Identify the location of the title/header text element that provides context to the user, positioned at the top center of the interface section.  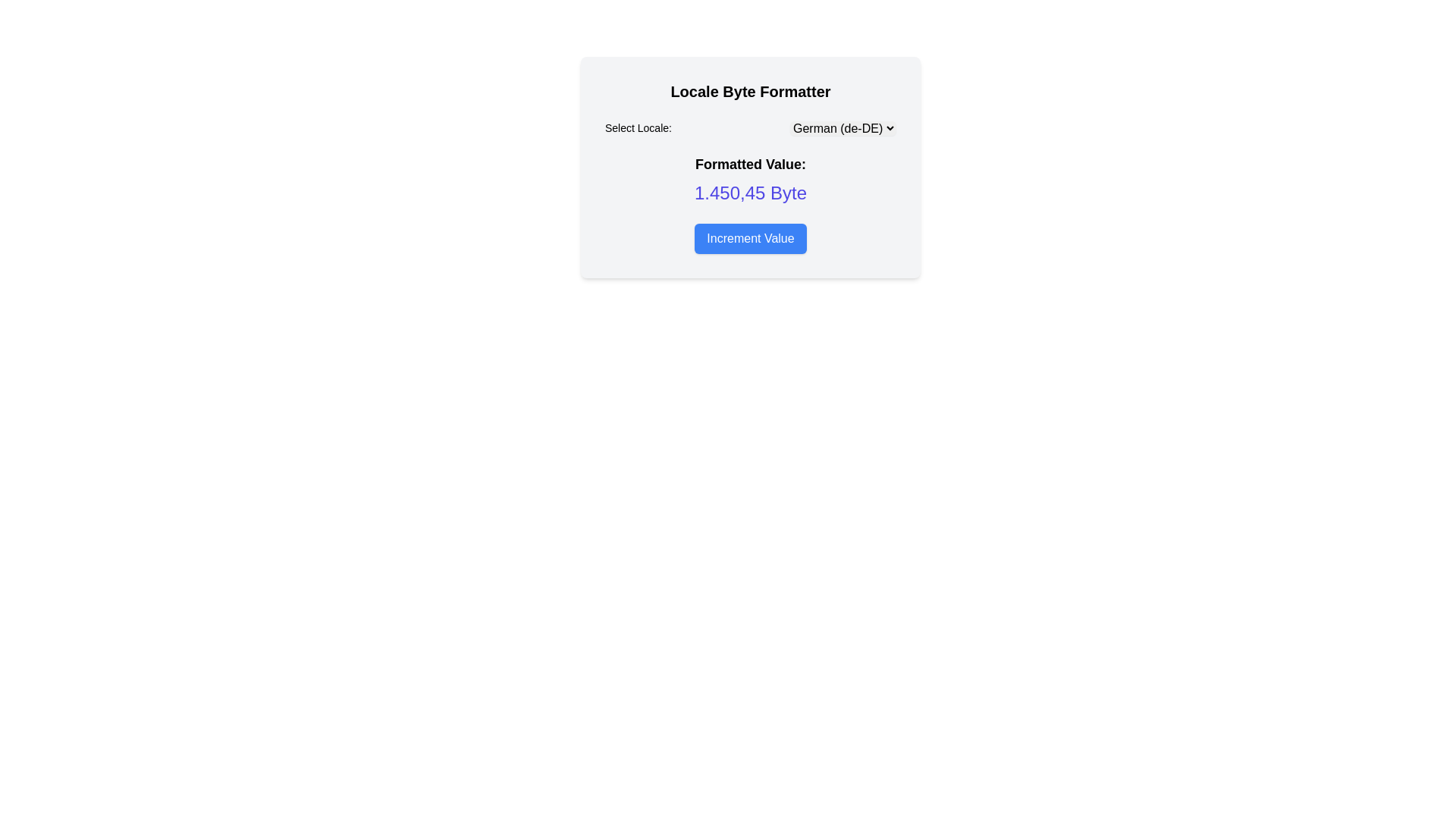
(750, 91).